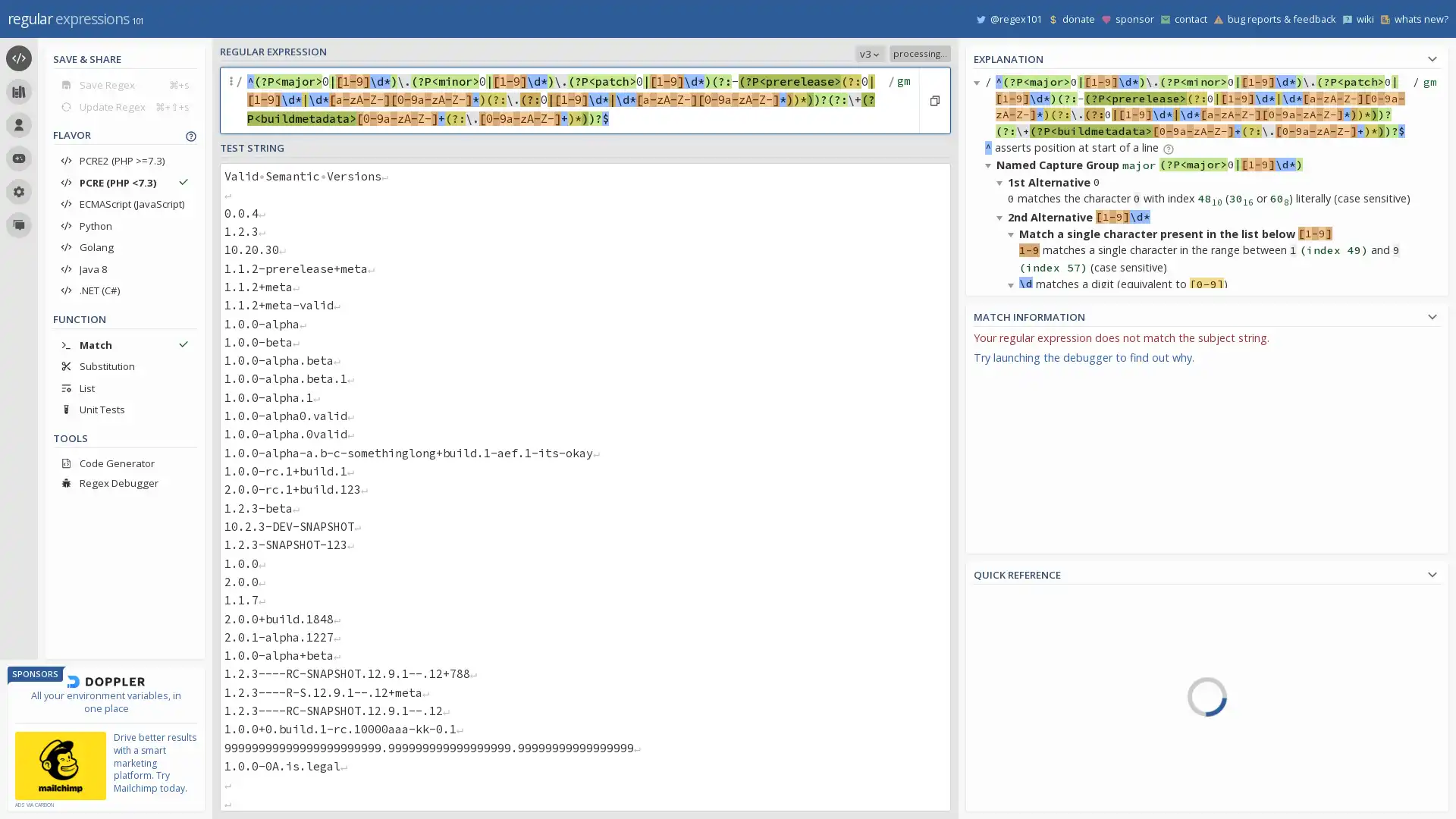 The width and height of the screenshot is (1456, 819). What do you see at coordinates (1014, 625) in the screenshot?
I see `Group major` at bounding box center [1014, 625].